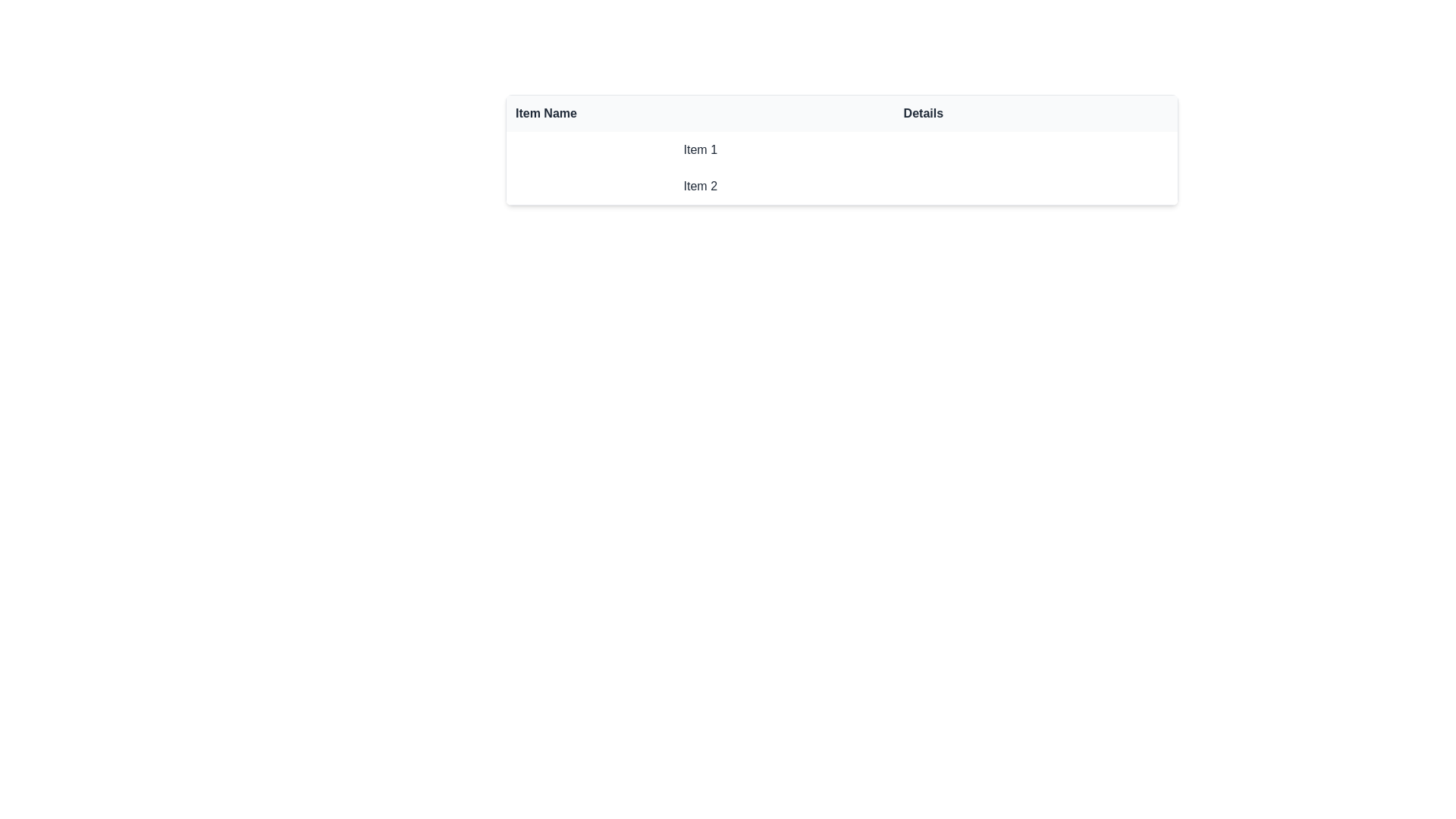 Image resolution: width=1456 pixels, height=819 pixels. I want to click on the textual list item labeled 'Item 2', which is styled with a cursor pointer and has hover effects that change the background color, so click(841, 186).